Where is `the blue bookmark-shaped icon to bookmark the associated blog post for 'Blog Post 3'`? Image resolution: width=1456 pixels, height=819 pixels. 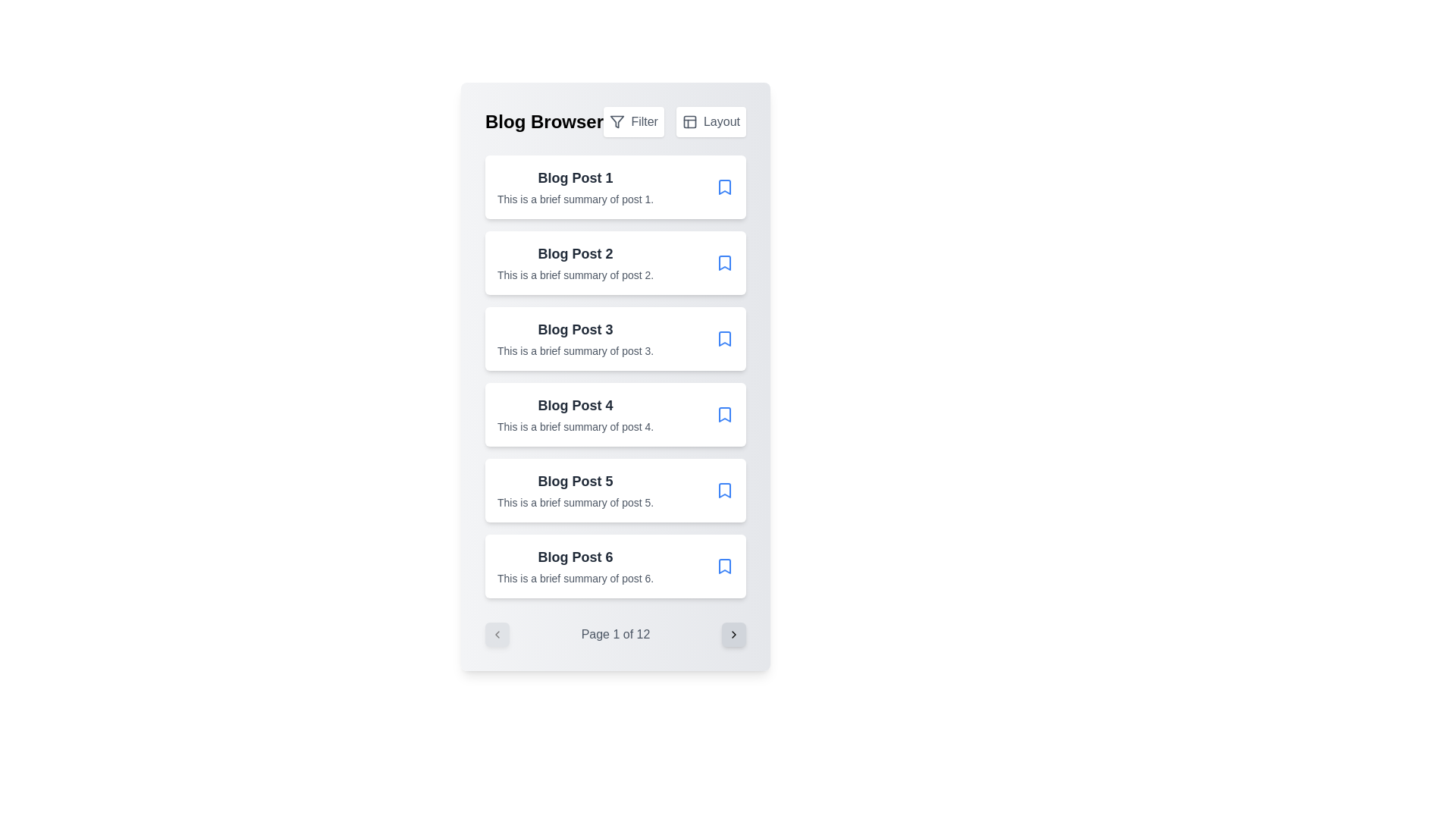 the blue bookmark-shaped icon to bookmark the associated blog post for 'Blog Post 3' is located at coordinates (723, 338).